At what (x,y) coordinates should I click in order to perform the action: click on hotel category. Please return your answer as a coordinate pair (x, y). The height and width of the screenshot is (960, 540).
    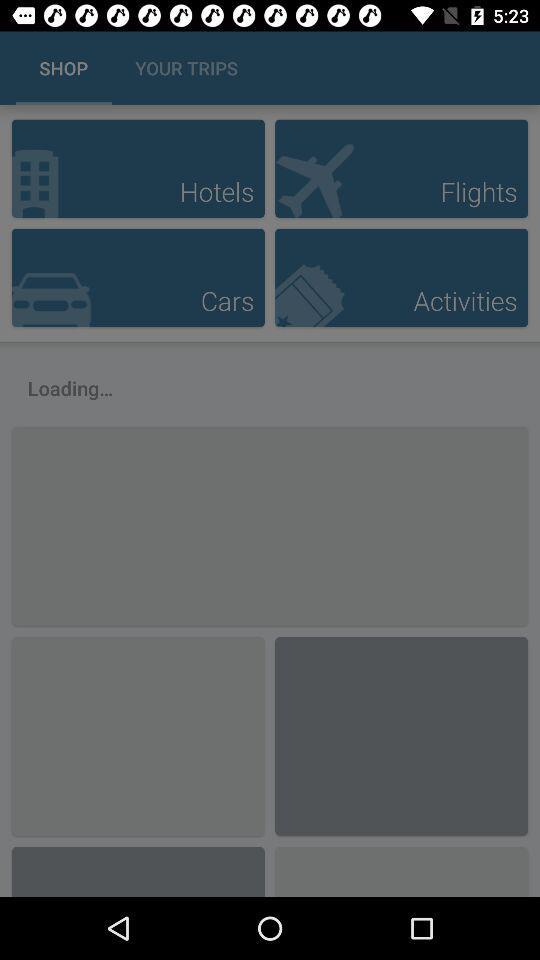
    Looking at the image, I should click on (137, 167).